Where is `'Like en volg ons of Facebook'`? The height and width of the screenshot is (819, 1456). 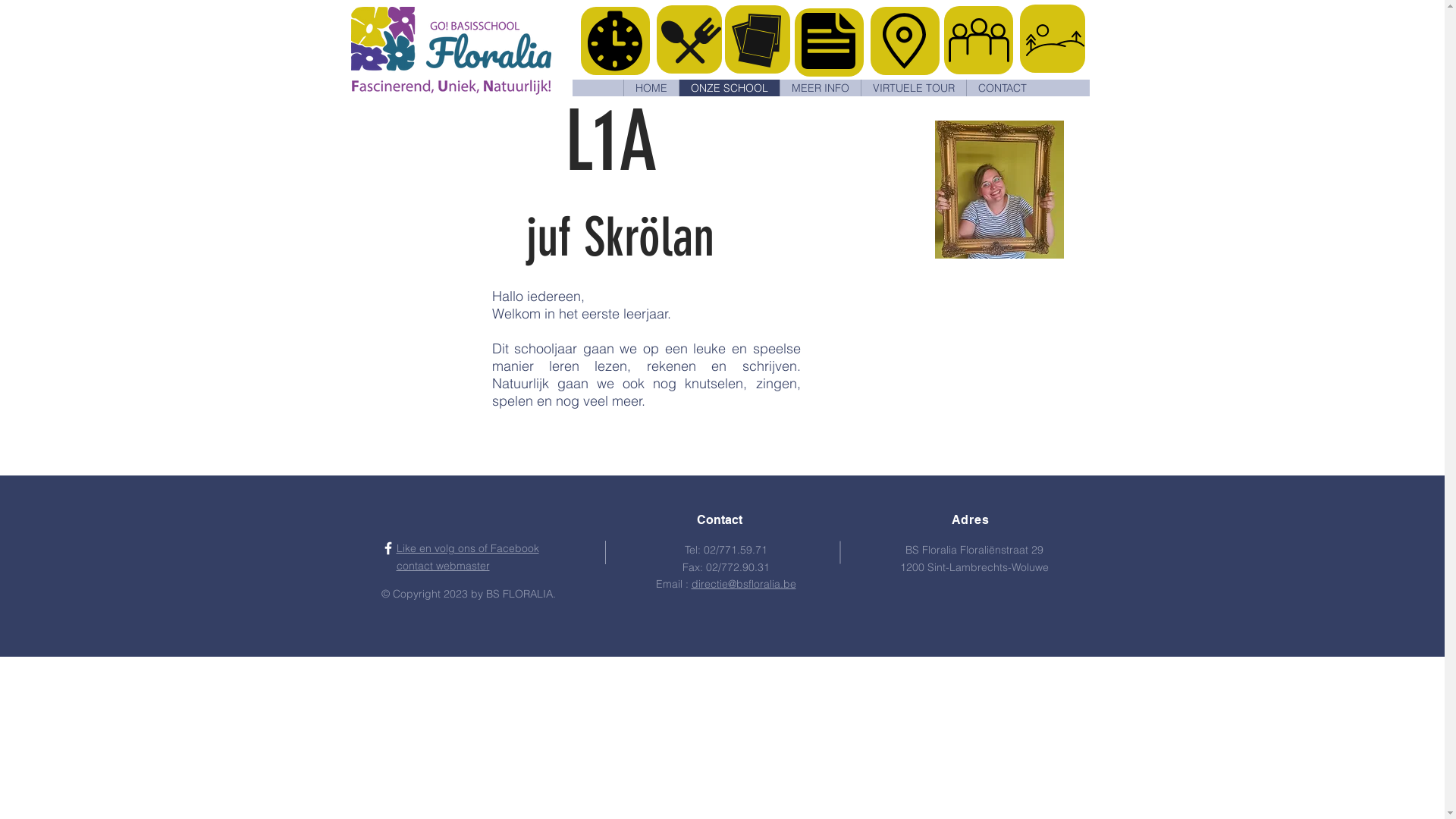 'Like en volg ons of Facebook' is located at coordinates (466, 548).